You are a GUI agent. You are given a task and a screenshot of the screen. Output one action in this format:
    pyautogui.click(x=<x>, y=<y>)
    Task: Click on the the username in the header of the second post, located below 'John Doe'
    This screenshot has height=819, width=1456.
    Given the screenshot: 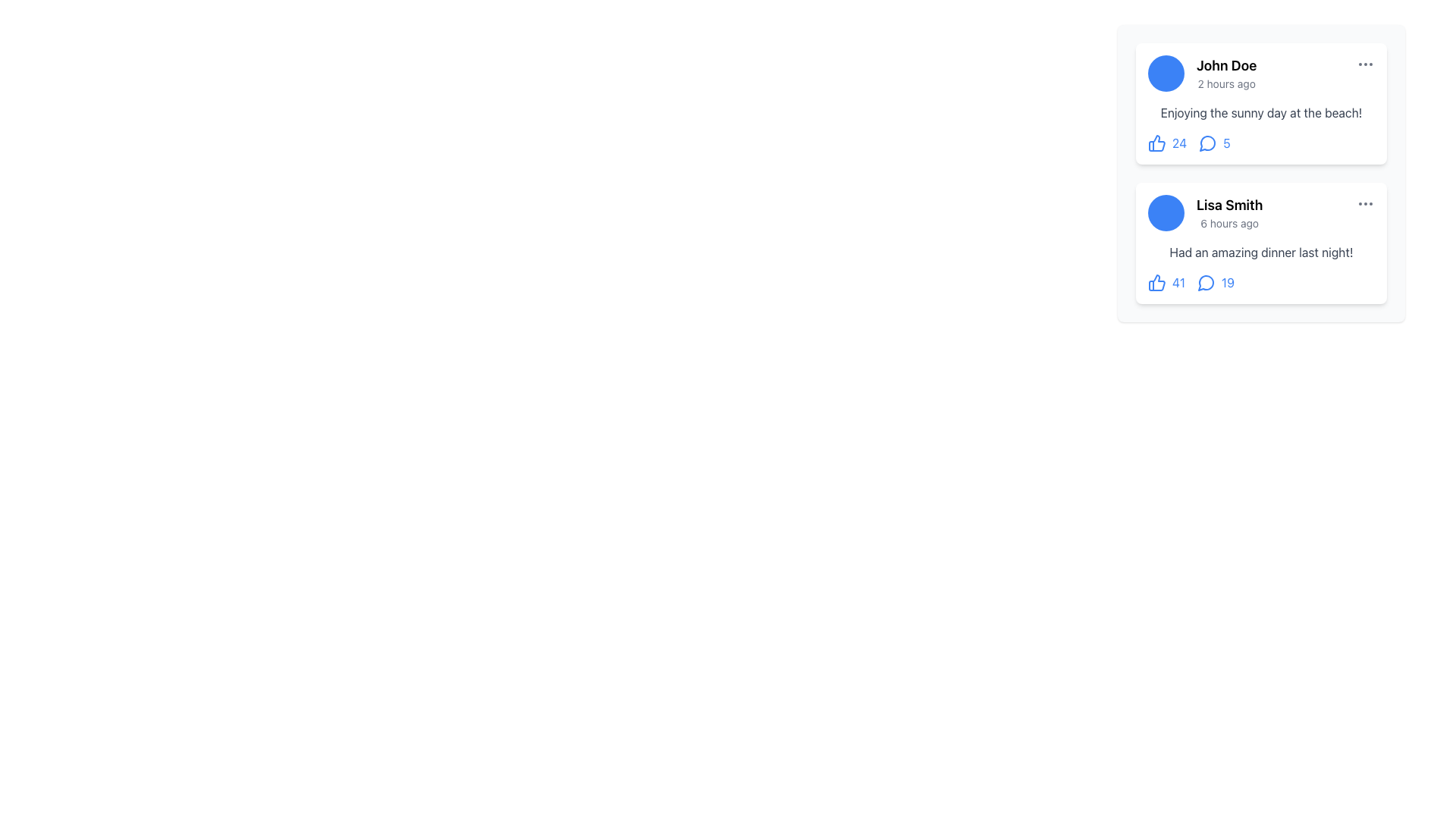 What is the action you would take?
    pyautogui.click(x=1261, y=213)
    